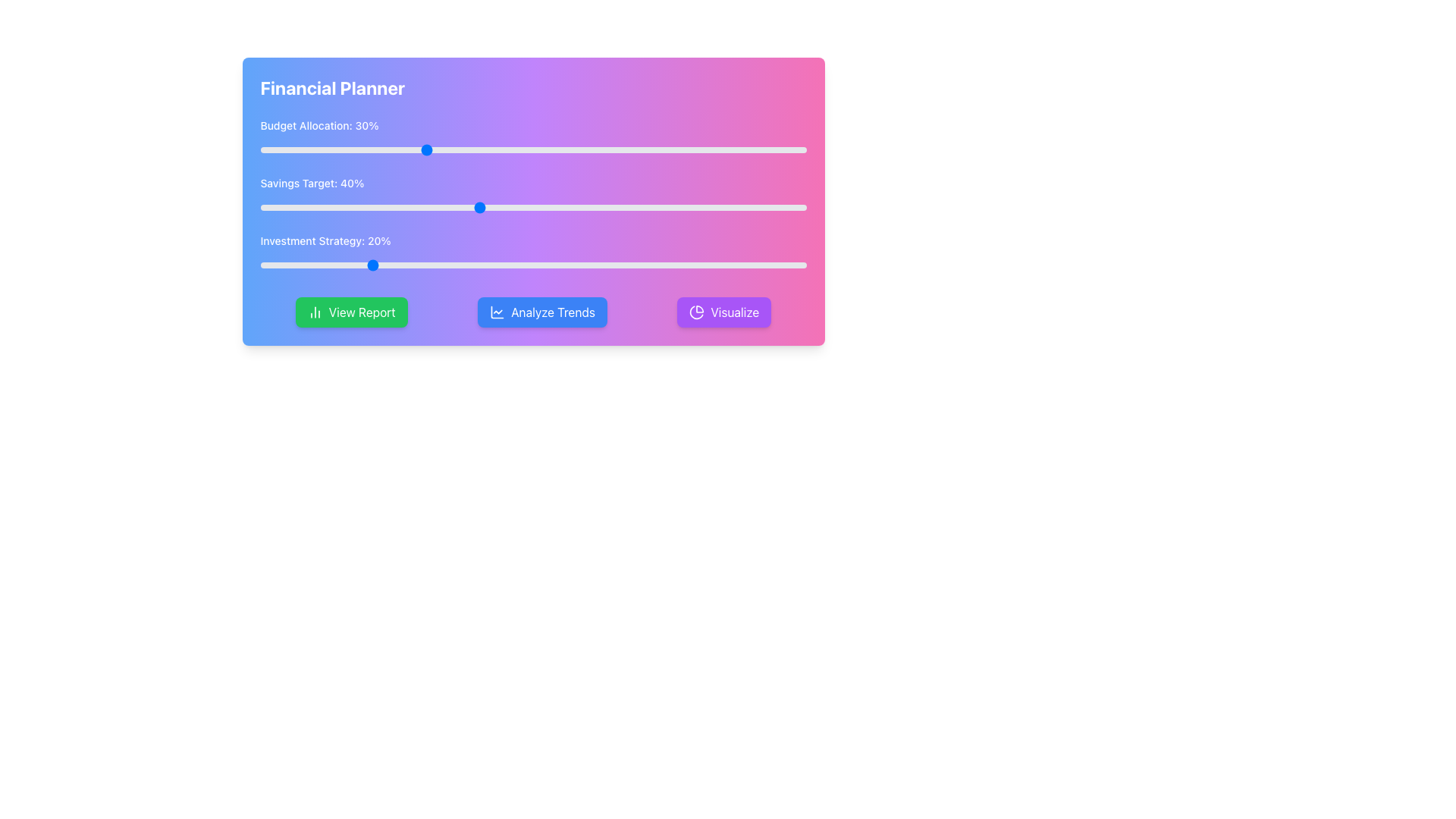  Describe the element at coordinates (582, 207) in the screenshot. I see `the savings target` at that location.